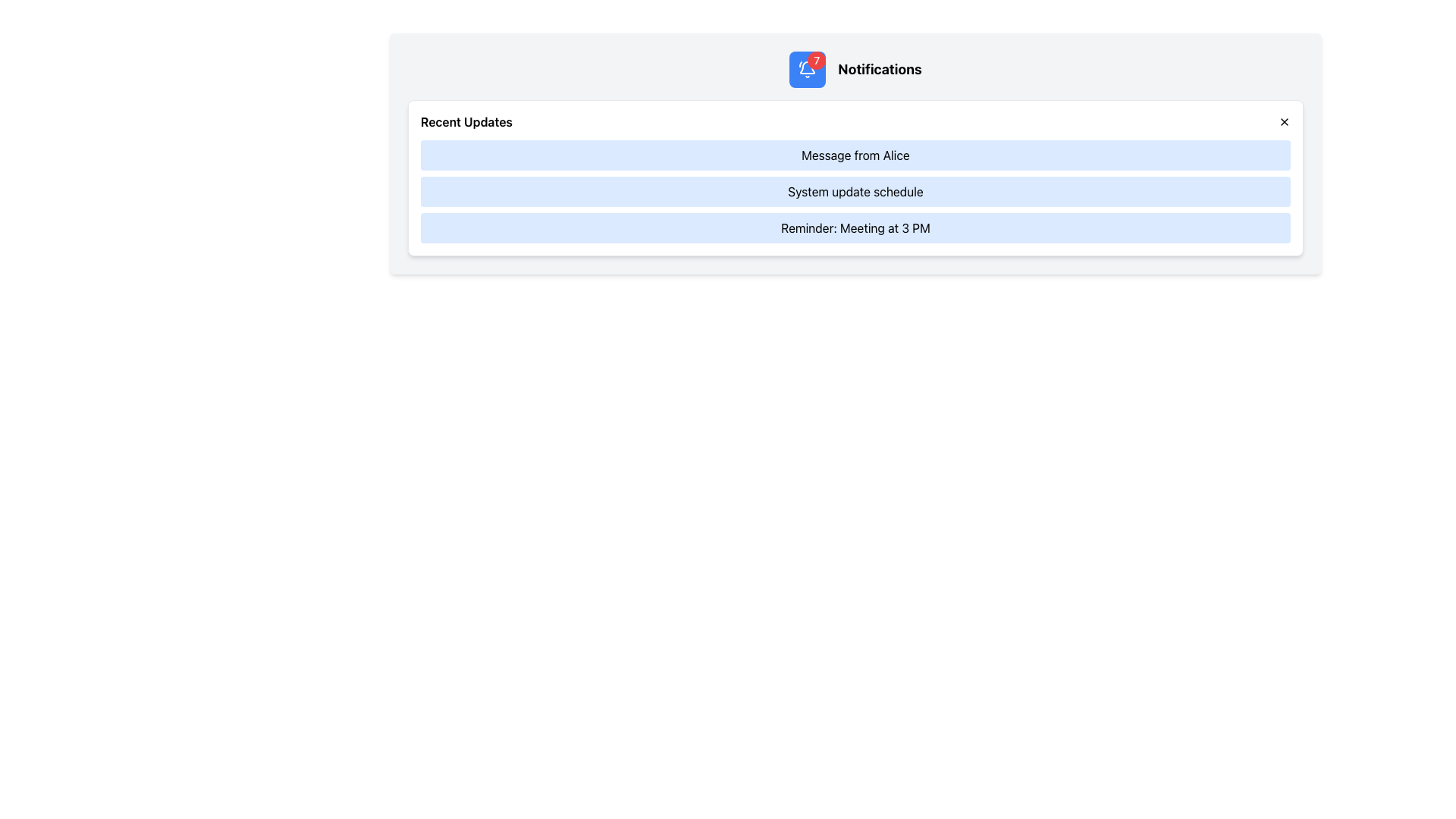 The width and height of the screenshot is (1456, 819). Describe the element at coordinates (855, 227) in the screenshot. I see `text from the Notification banner displaying 'Reminder: Meeting at 3 PM' located in the 'Recent Updates' section` at that location.